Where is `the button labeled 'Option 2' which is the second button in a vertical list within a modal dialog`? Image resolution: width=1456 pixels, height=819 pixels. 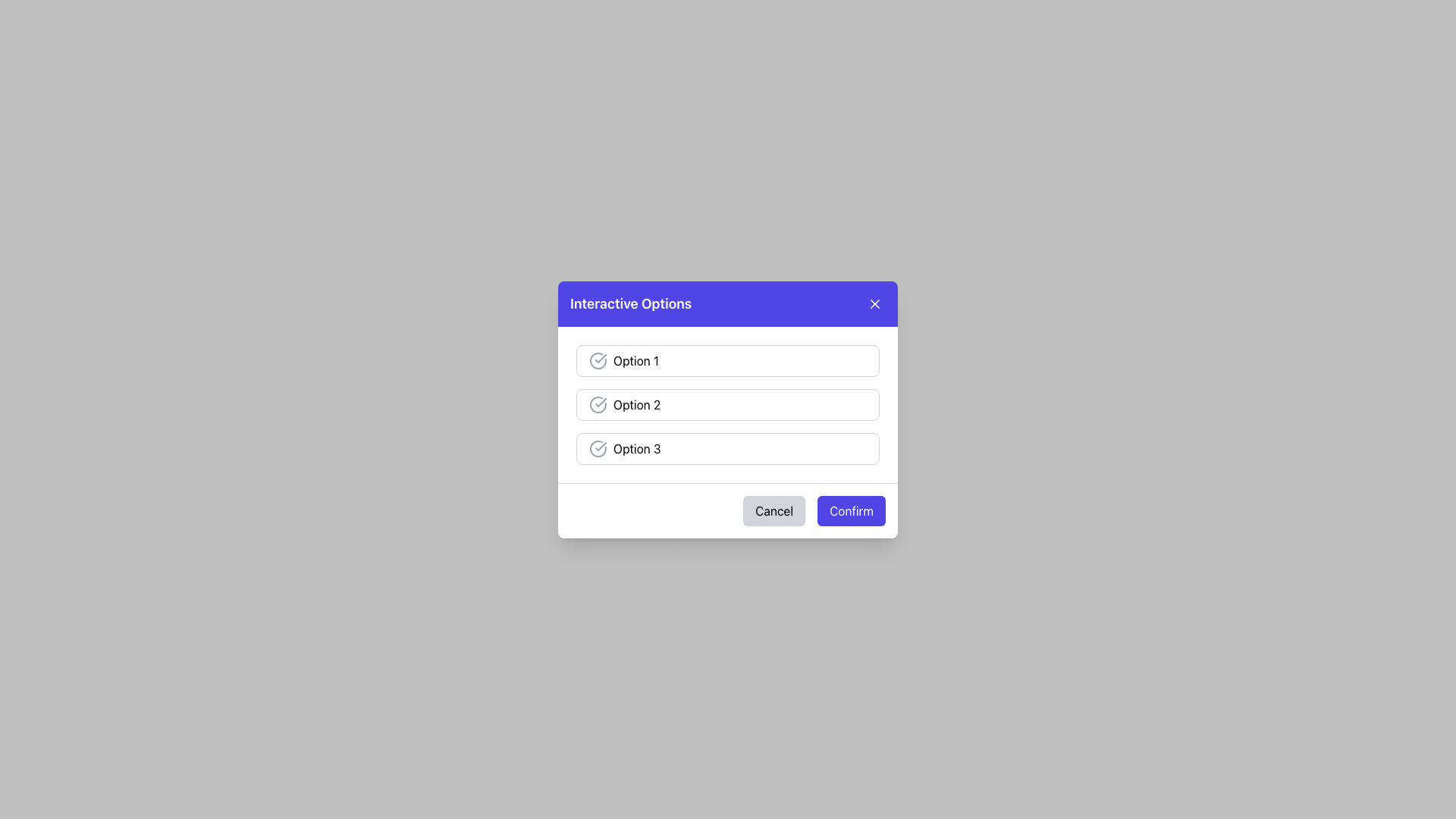 the button labeled 'Option 2' which is the second button in a vertical list within a modal dialog is located at coordinates (728, 409).